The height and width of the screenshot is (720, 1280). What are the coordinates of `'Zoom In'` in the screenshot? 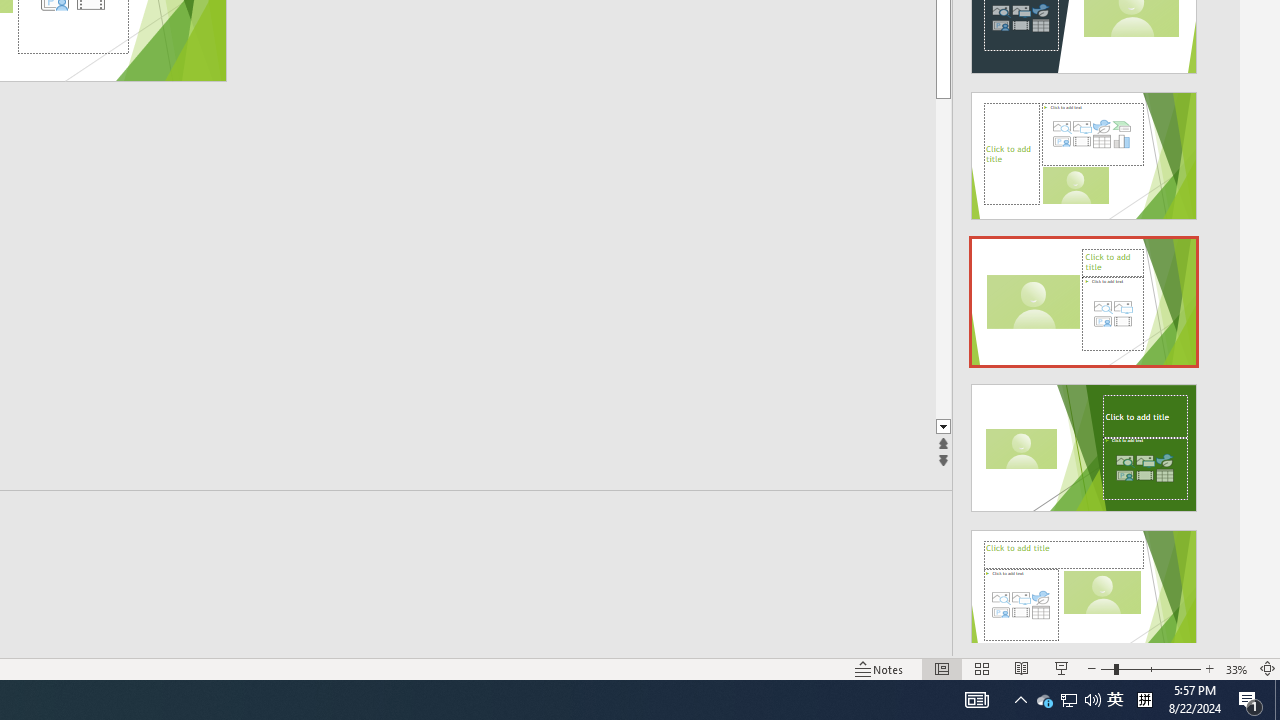 It's located at (1208, 669).